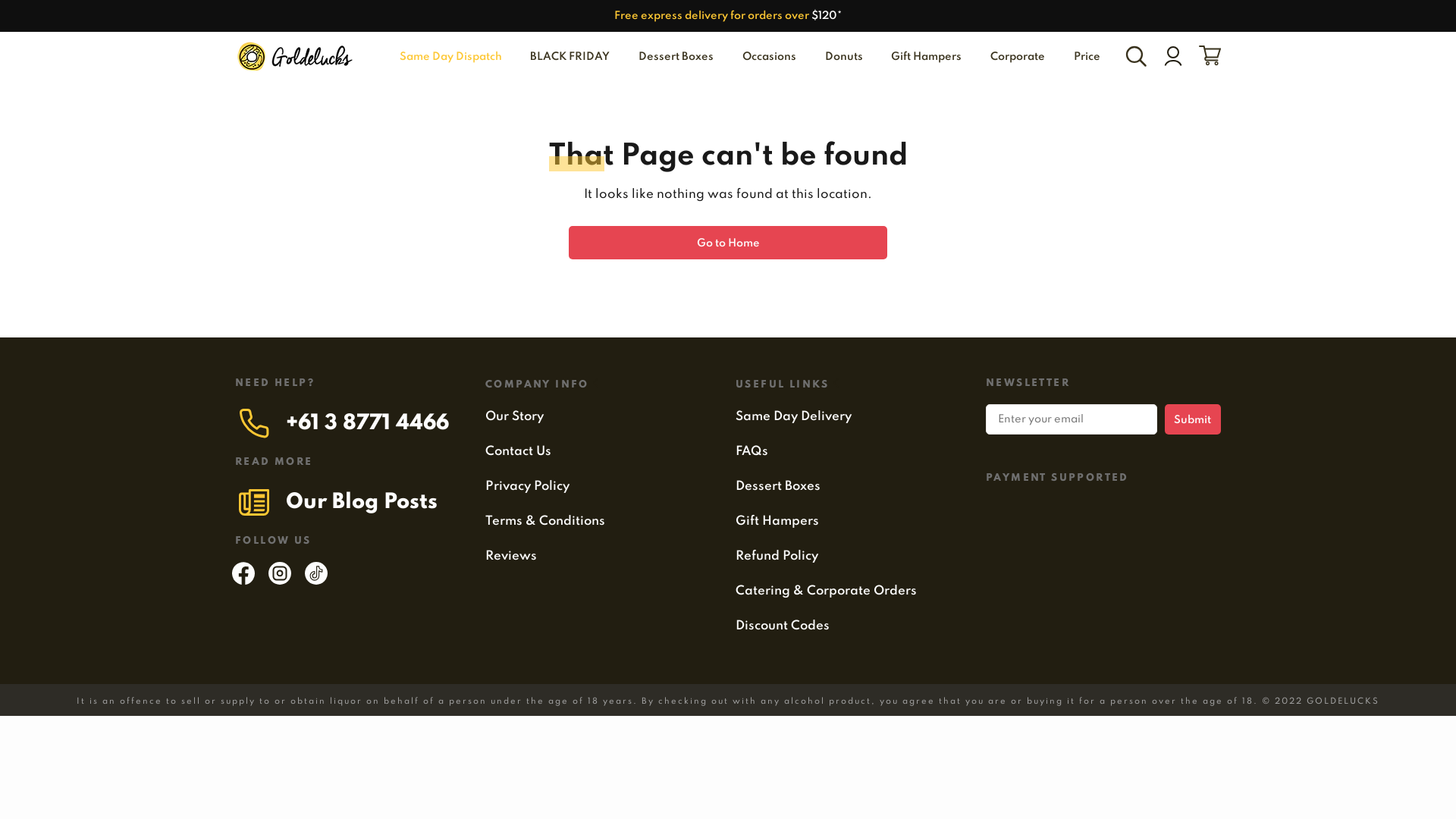 This screenshot has width=1456, height=819. Describe the element at coordinates (514, 416) in the screenshot. I see `'Our Story'` at that location.